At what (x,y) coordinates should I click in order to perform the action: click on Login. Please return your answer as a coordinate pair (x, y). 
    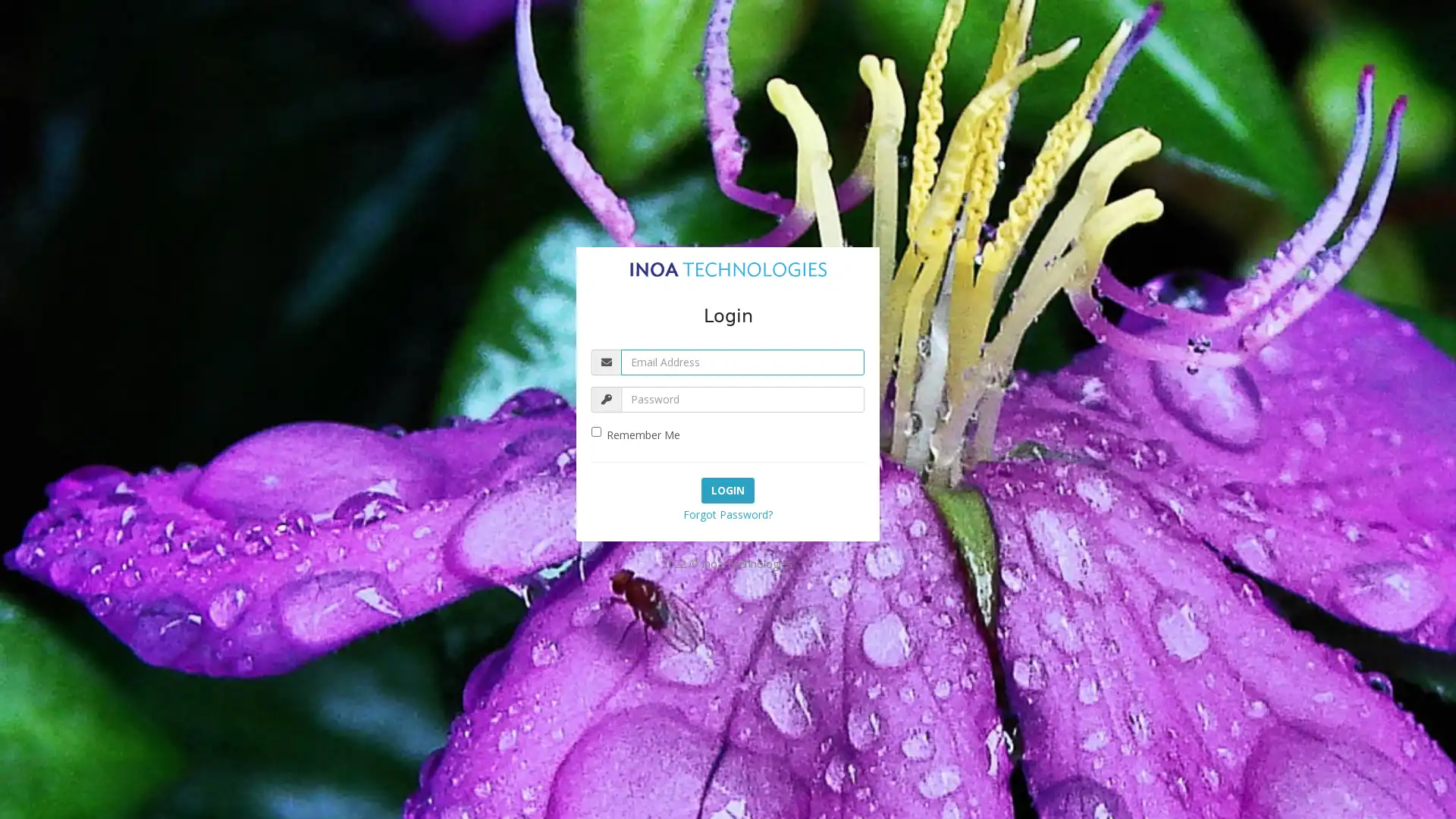
    Looking at the image, I should click on (728, 489).